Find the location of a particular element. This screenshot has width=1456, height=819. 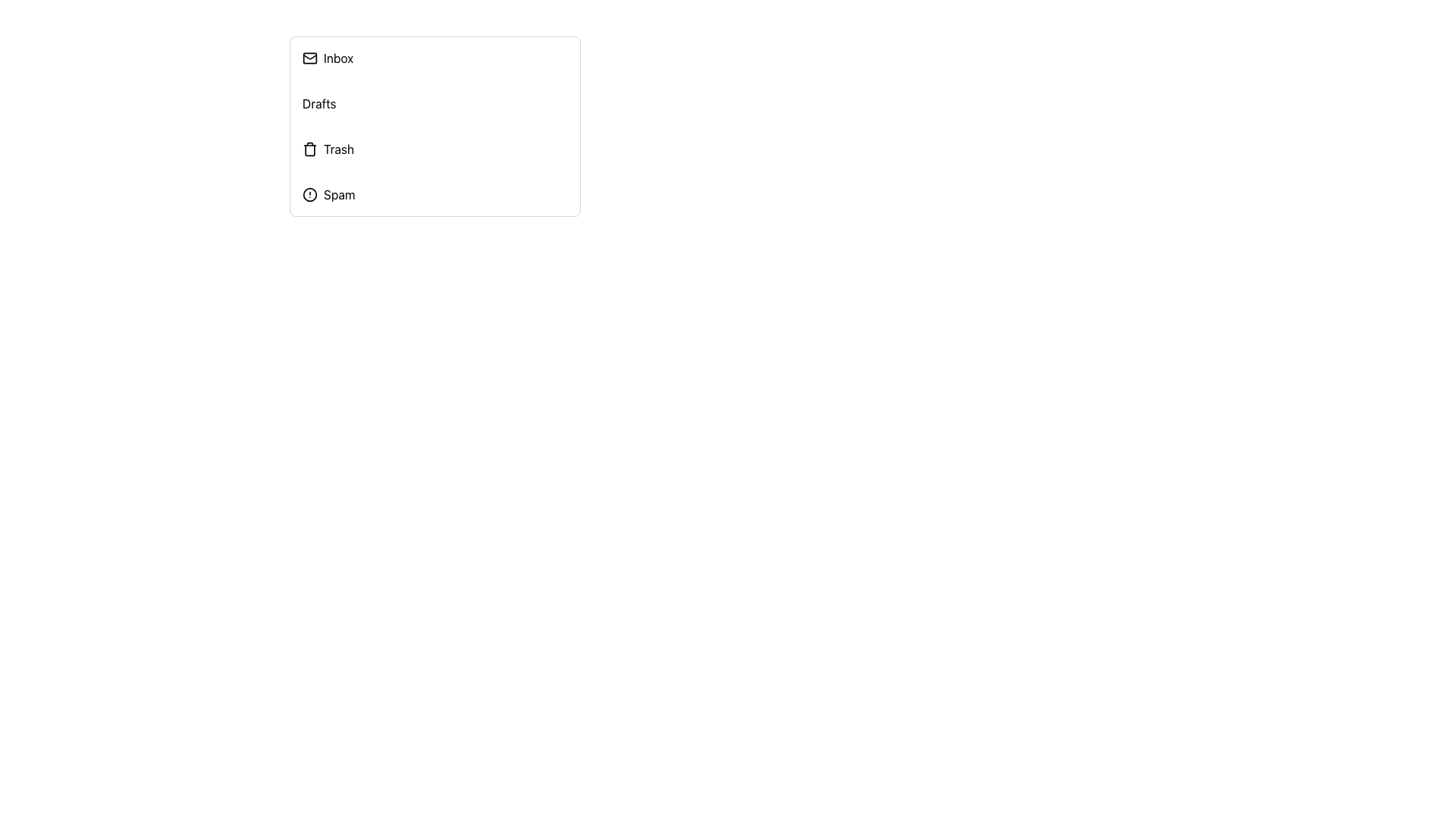

the 'Spam' text label in the sidebar is located at coordinates (338, 194).